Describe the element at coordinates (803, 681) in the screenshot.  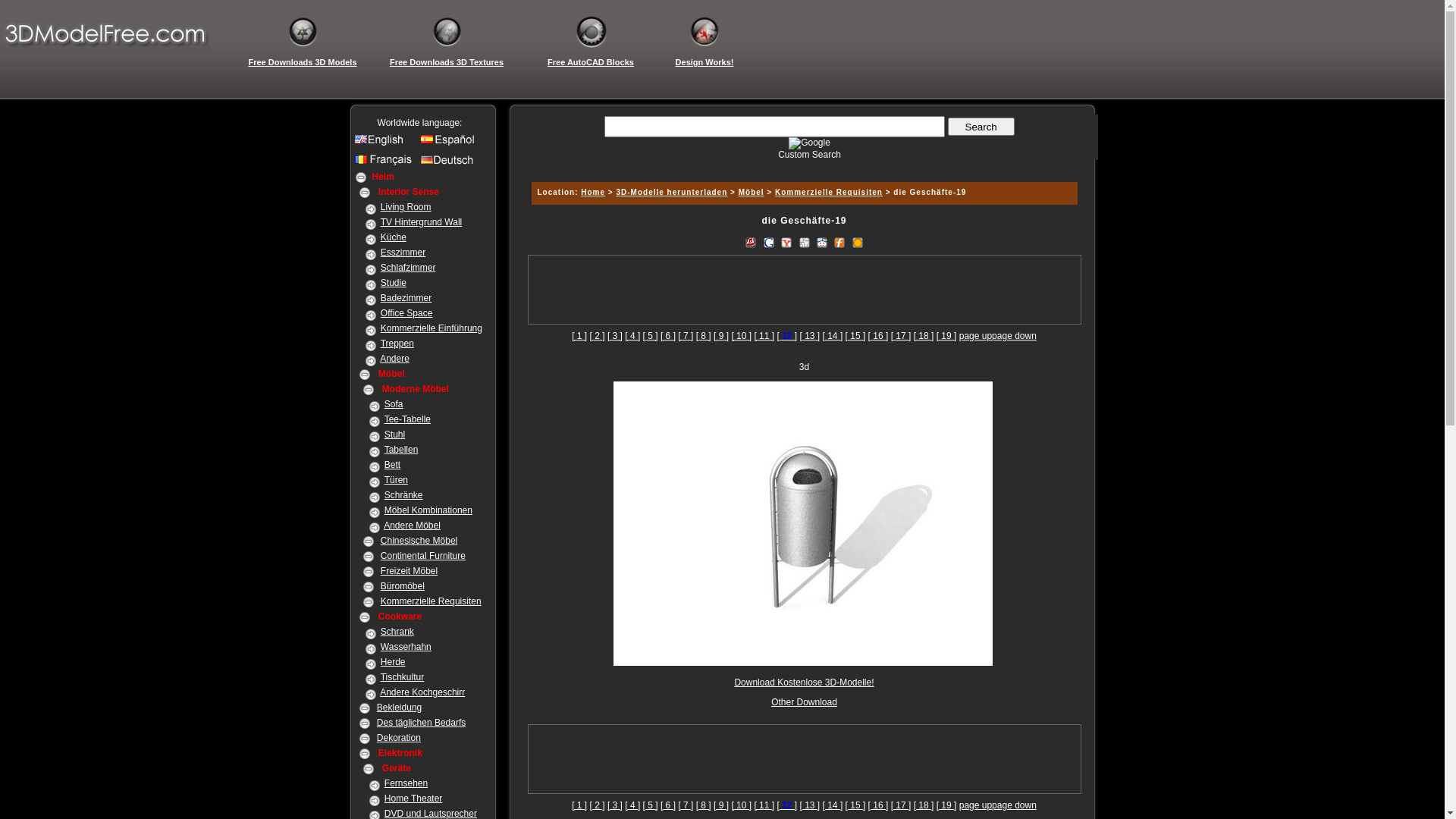
I see `'Download Kostenlose 3D-Modelle!'` at that location.